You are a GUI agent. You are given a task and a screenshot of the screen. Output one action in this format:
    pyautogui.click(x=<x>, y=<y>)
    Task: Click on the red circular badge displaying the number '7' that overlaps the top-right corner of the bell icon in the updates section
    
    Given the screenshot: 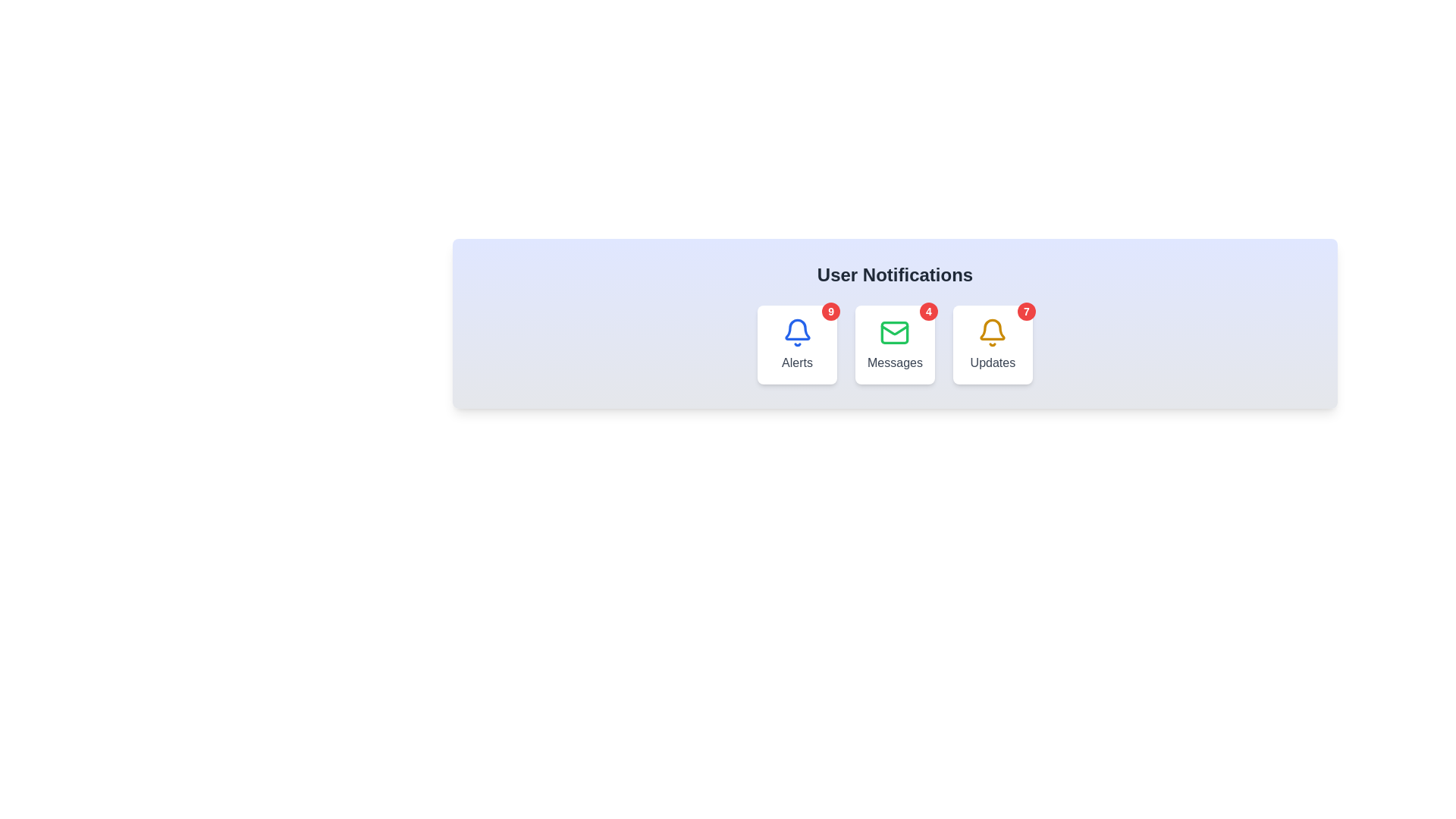 What is the action you would take?
    pyautogui.click(x=1026, y=311)
    